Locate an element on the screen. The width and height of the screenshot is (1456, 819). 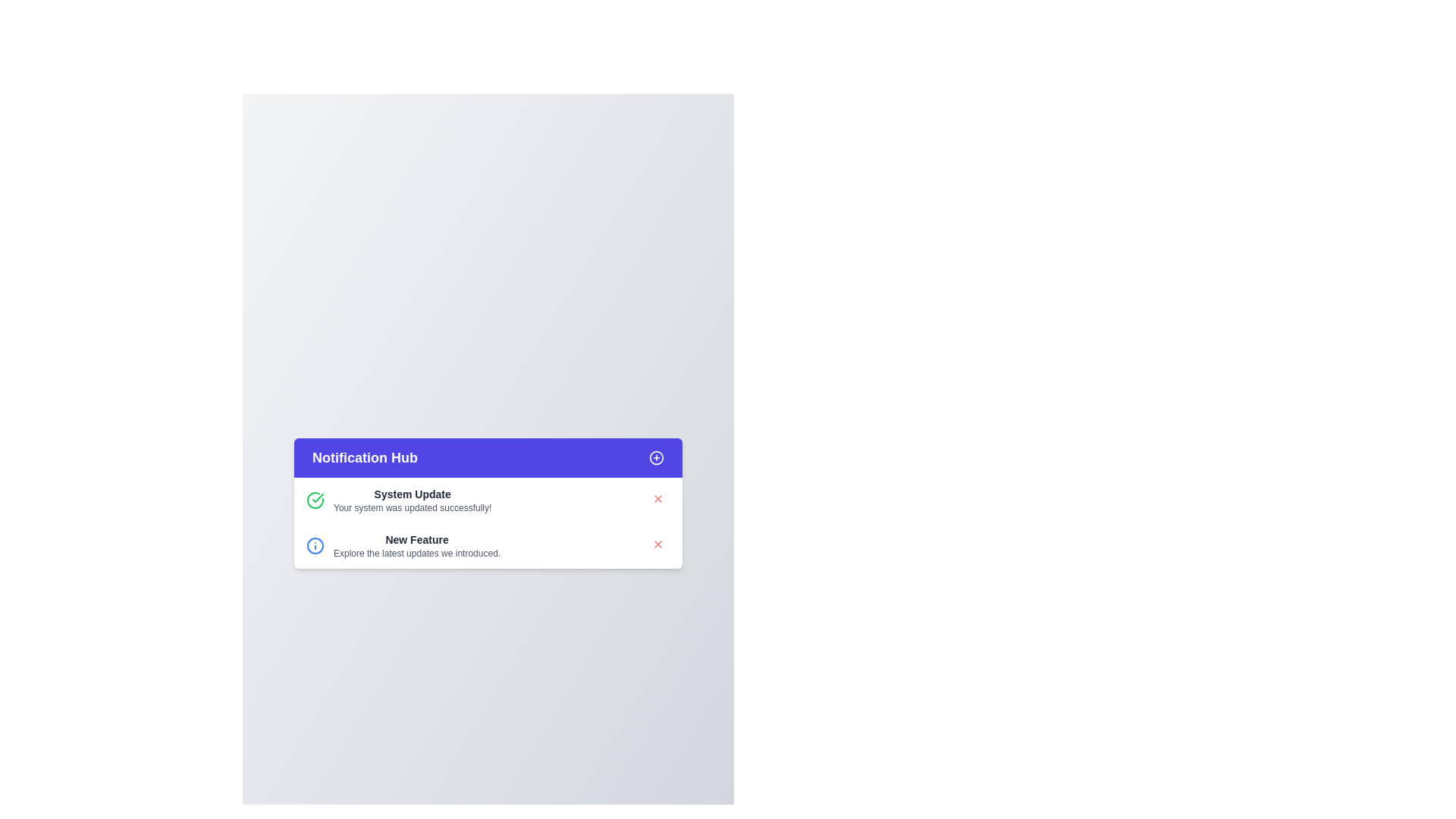
the 'System Update' text label in the Notification Hub to check for the tooltip or highlight effect is located at coordinates (413, 494).